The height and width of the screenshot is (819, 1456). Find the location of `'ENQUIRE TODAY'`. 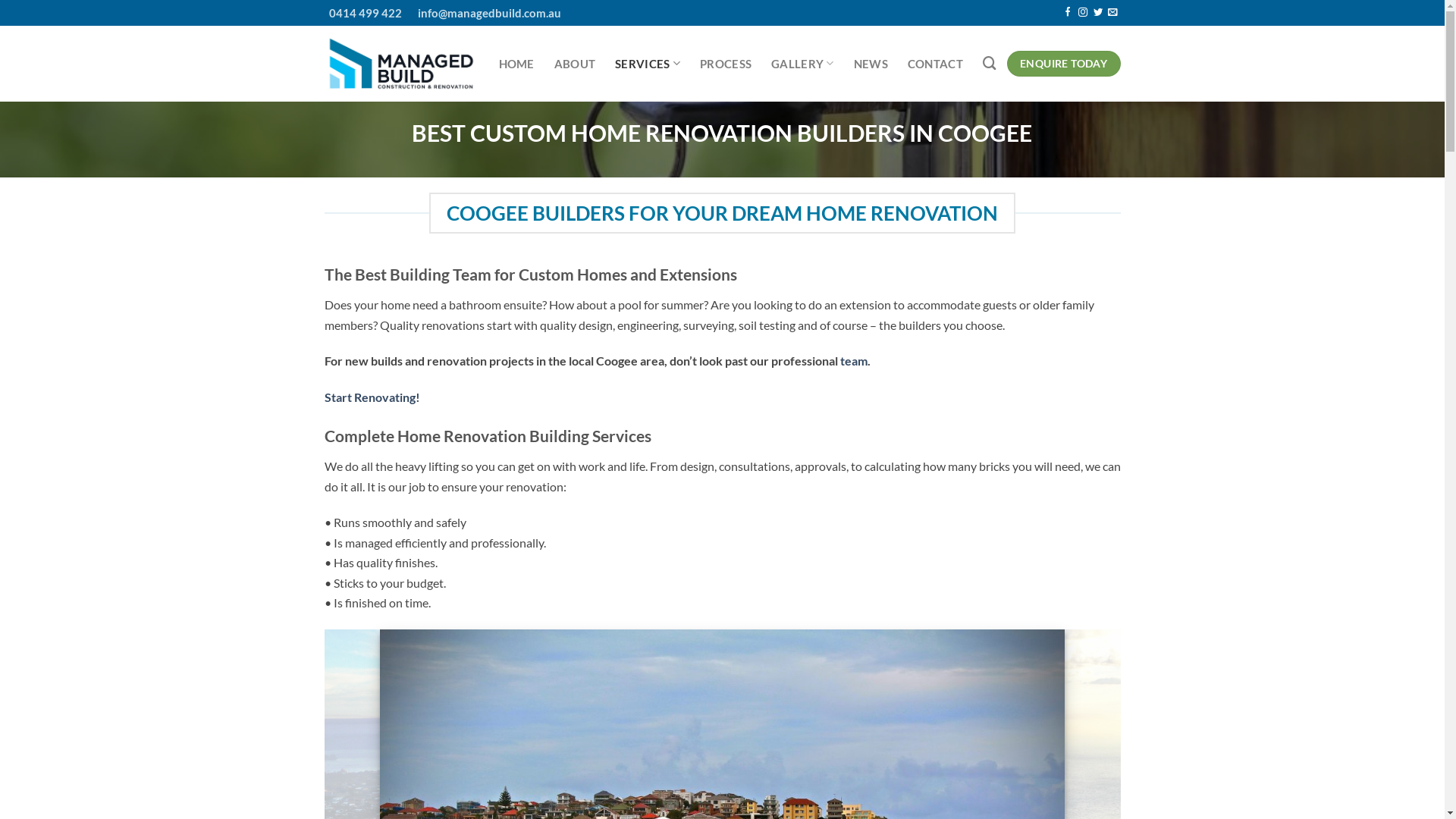

'ENQUIRE TODAY' is located at coordinates (1062, 63).